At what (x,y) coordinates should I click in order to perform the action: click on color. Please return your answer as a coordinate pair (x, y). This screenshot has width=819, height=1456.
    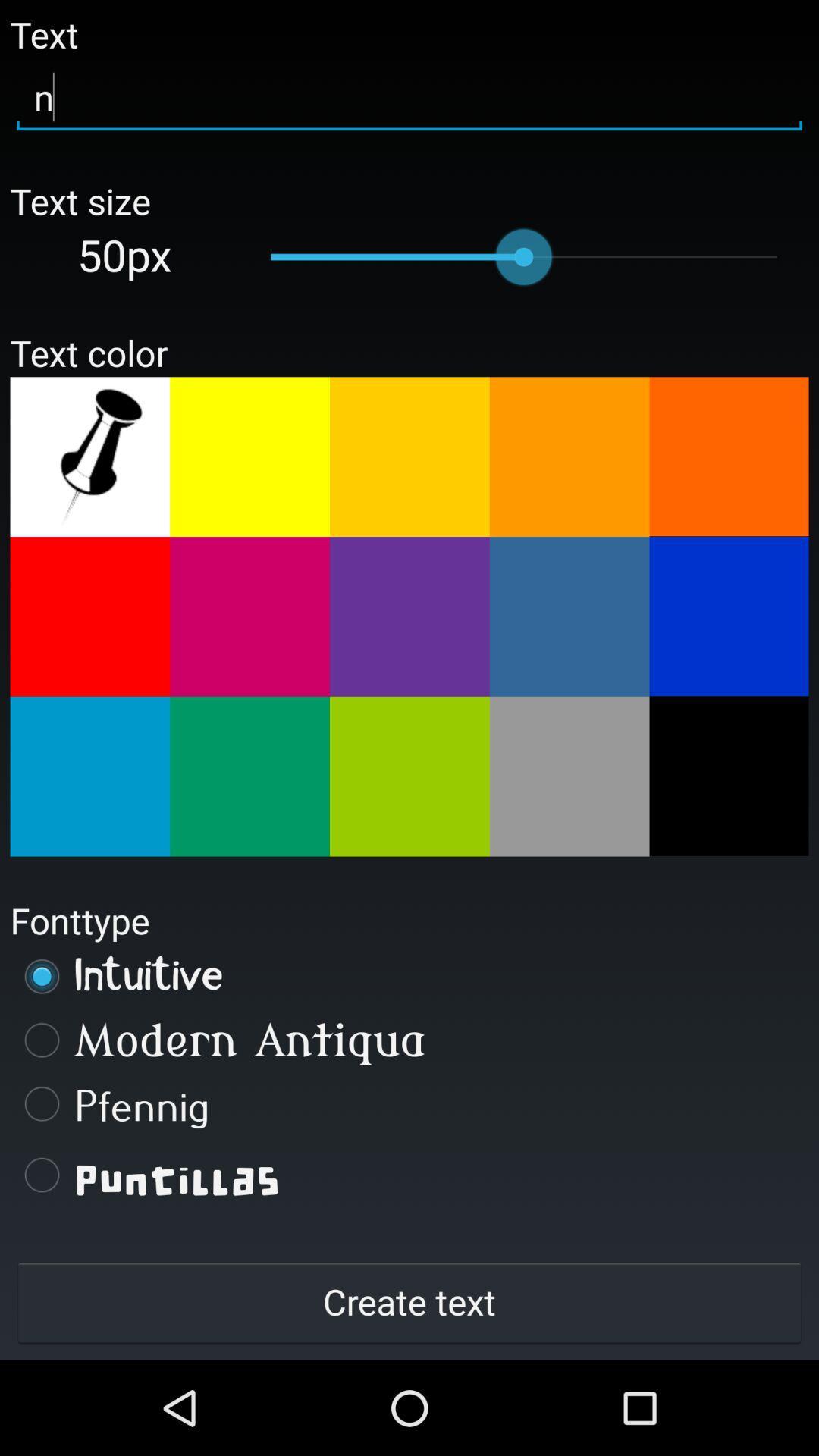
    Looking at the image, I should click on (728, 456).